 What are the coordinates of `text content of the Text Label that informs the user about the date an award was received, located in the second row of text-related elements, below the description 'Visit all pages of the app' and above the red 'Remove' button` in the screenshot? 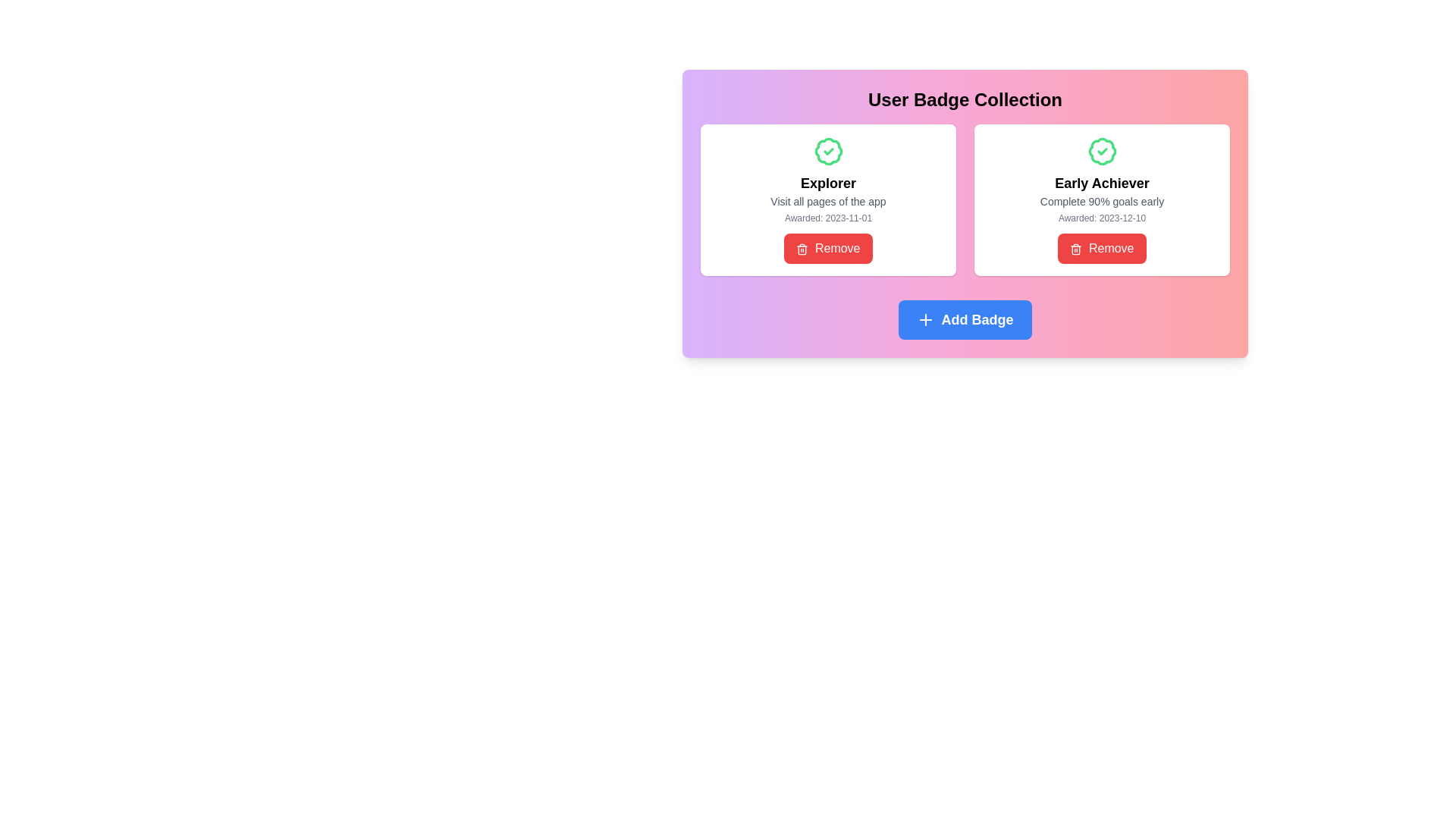 It's located at (827, 218).